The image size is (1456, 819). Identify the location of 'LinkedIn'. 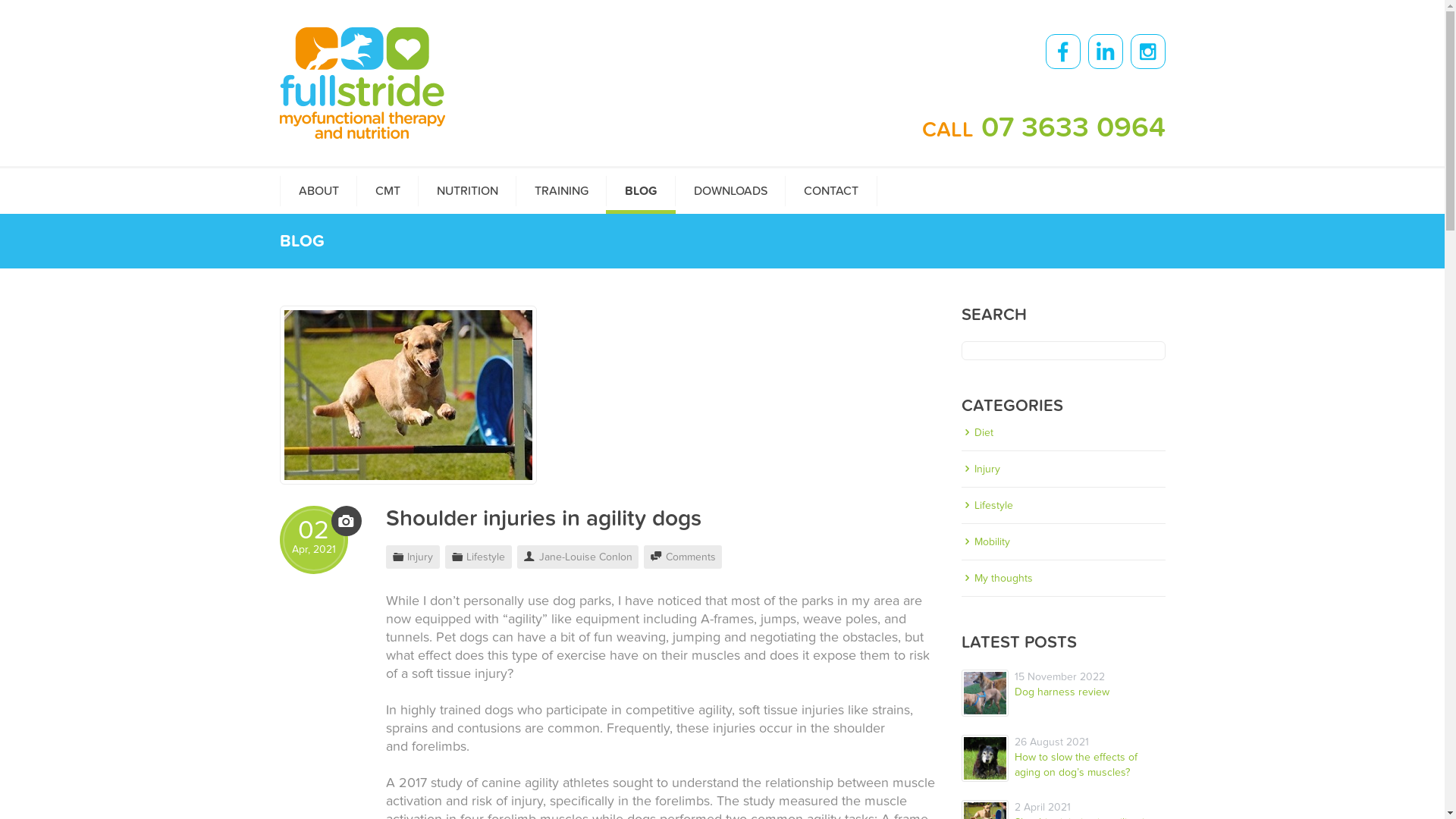
(1087, 51).